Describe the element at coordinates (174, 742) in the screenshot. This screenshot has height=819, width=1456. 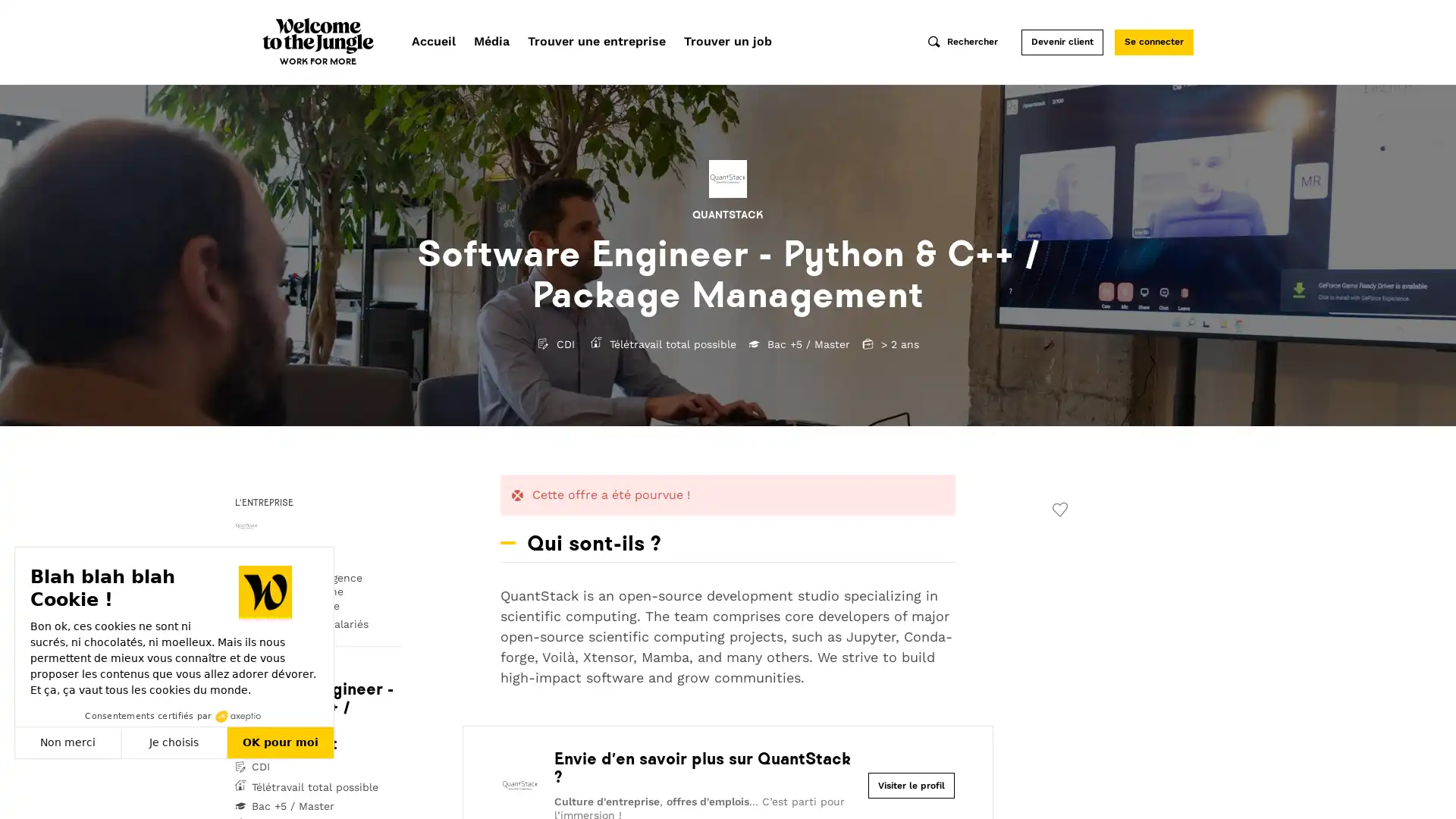
I see `Je choisis` at that location.